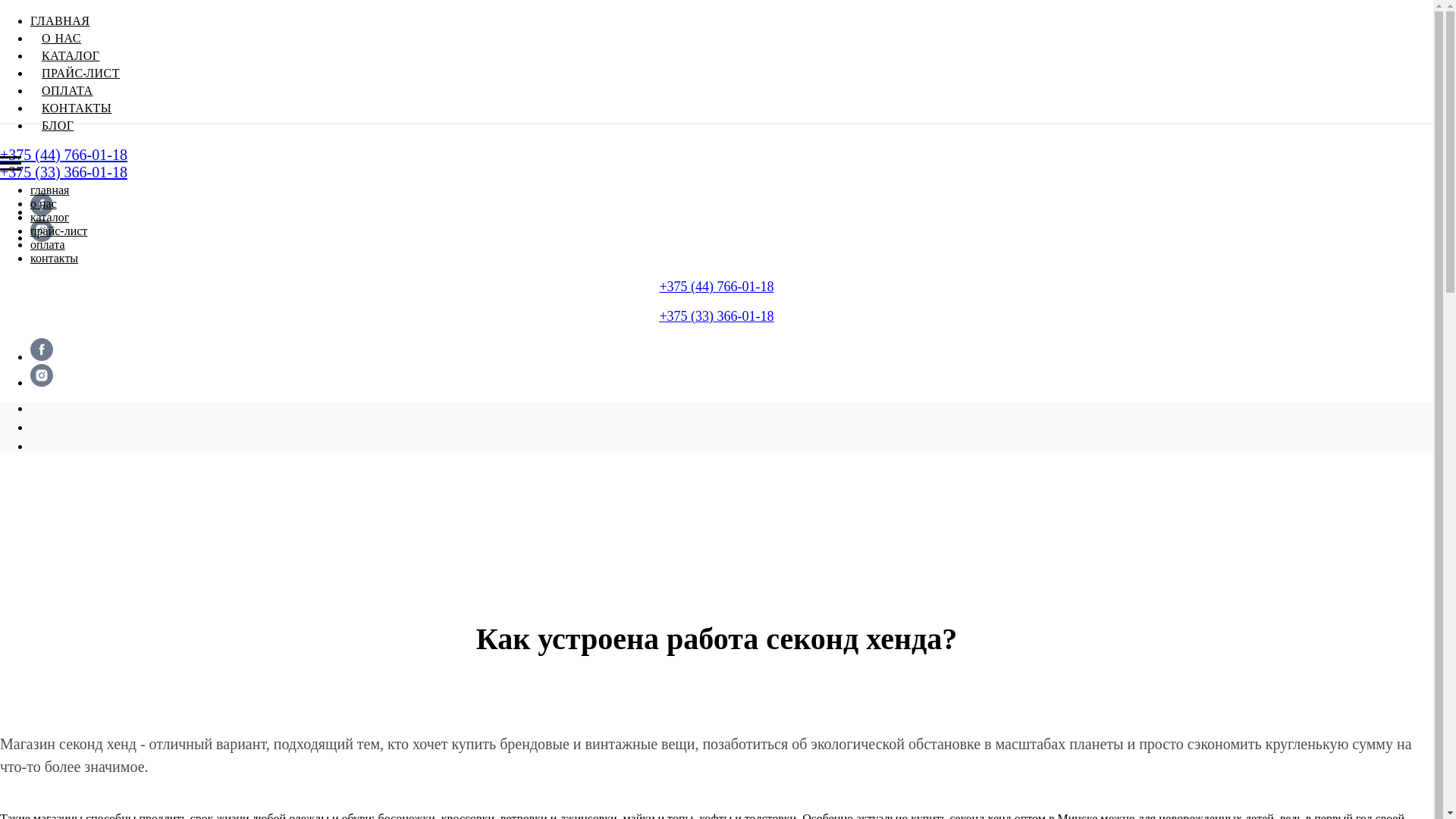  I want to click on '+375 (33) 366-01-18', so click(0, 171).